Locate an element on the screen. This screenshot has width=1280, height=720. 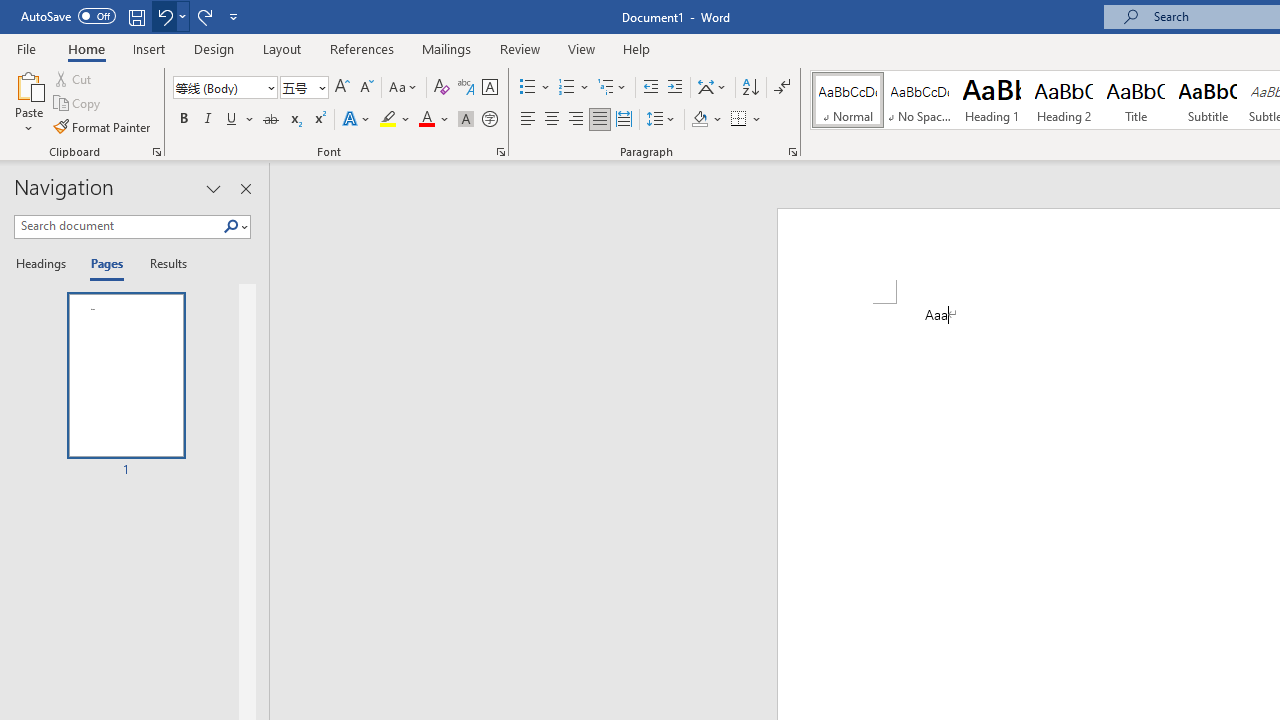
'System' is located at coordinates (10, 11).